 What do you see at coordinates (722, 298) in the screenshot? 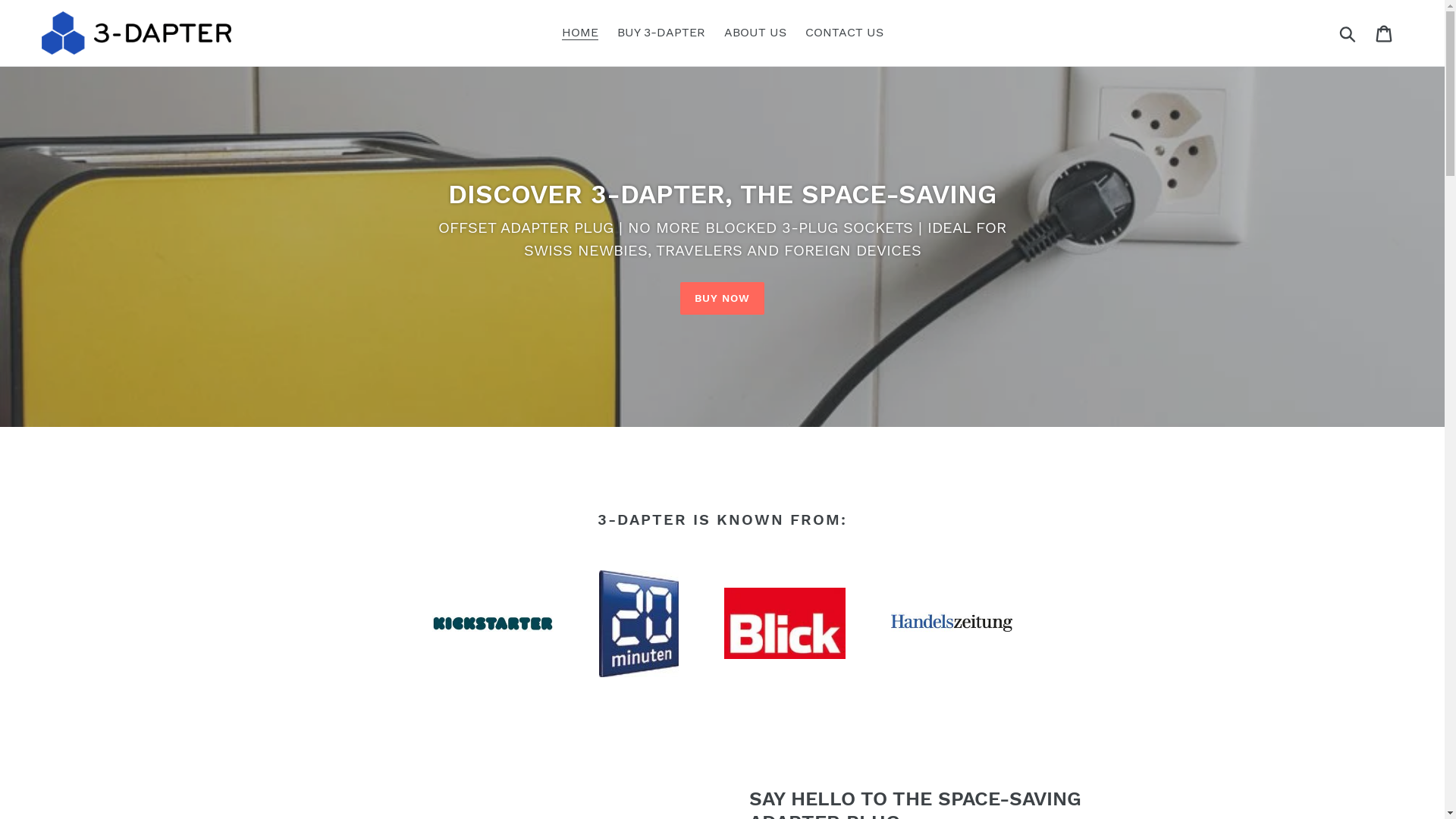
I see `'BUY NOW'` at bounding box center [722, 298].